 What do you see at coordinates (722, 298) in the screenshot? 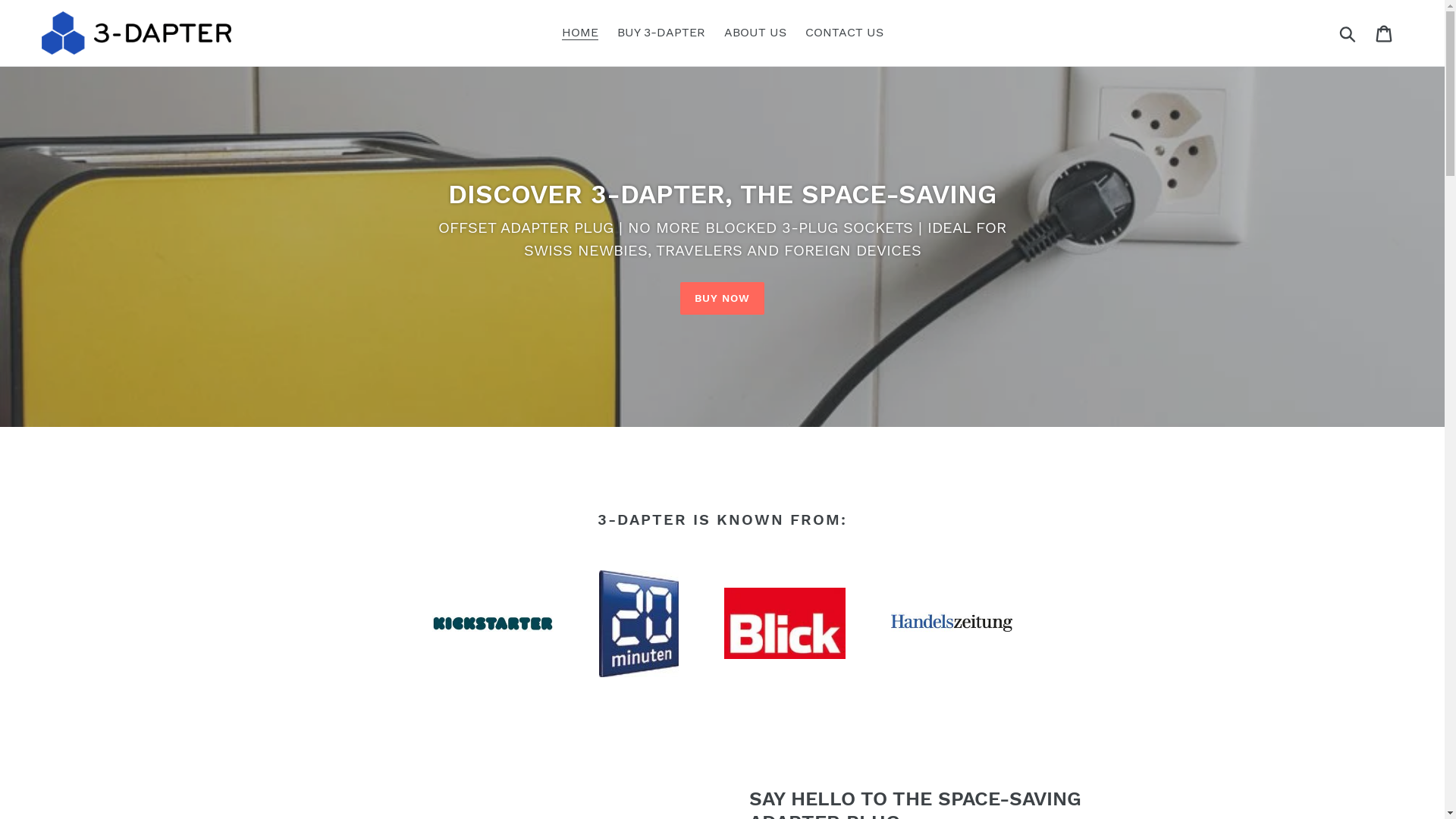
I see `'BUY NOW'` at bounding box center [722, 298].